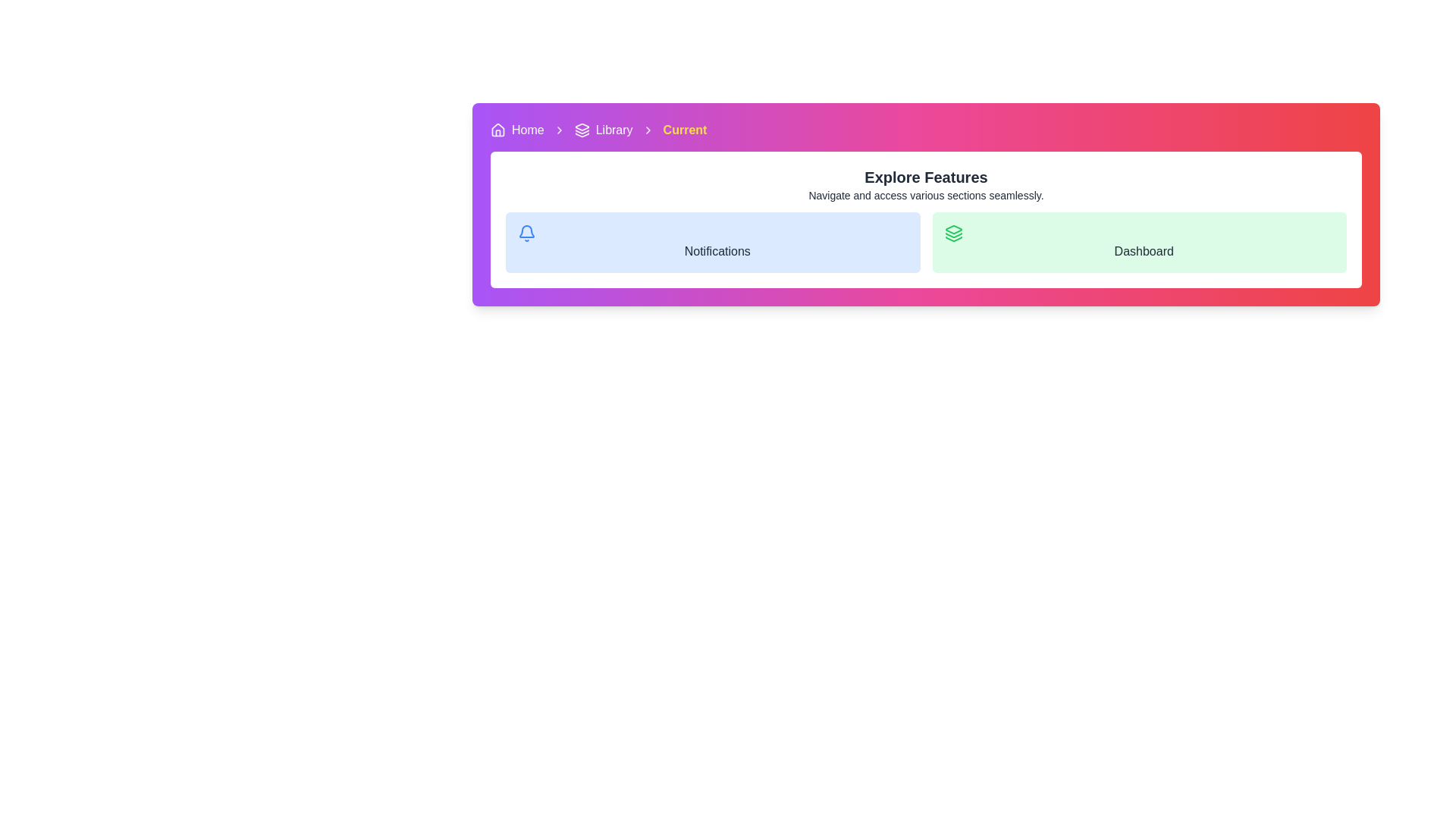 This screenshot has width=1456, height=819. I want to click on the 'Library' hyperlink in the breadcrumb navigation bar, so click(614, 130).